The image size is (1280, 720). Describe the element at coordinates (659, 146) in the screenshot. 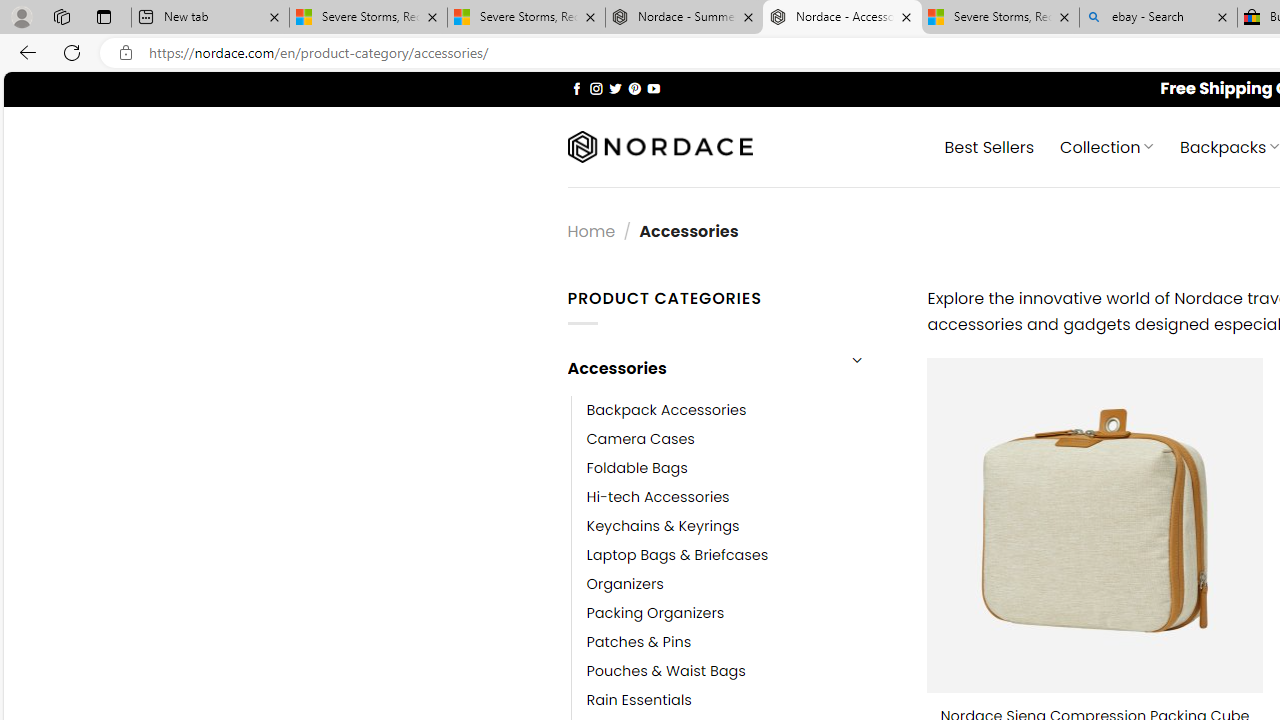

I see `'Nordace'` at that location.